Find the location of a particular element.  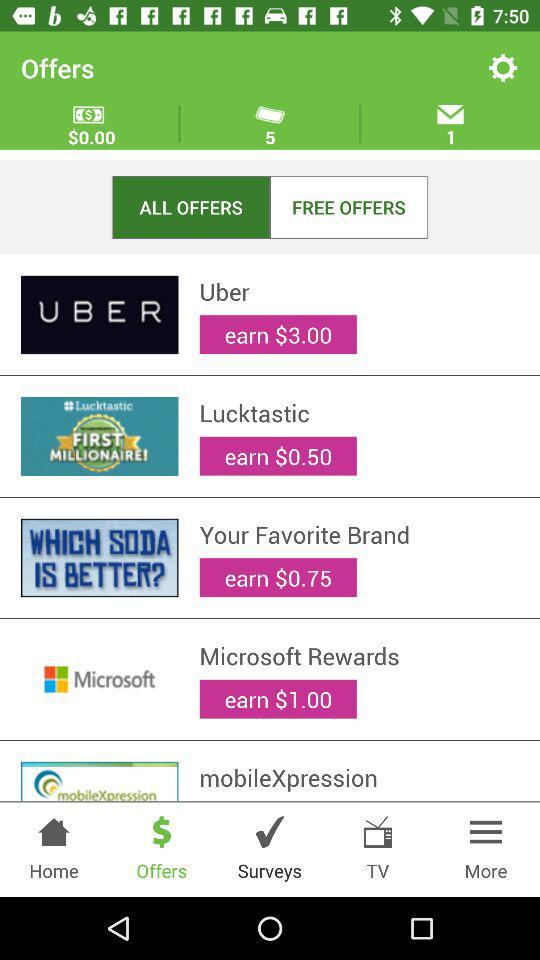

the item above earn $3.00 item is located at coordinates (358, 290).